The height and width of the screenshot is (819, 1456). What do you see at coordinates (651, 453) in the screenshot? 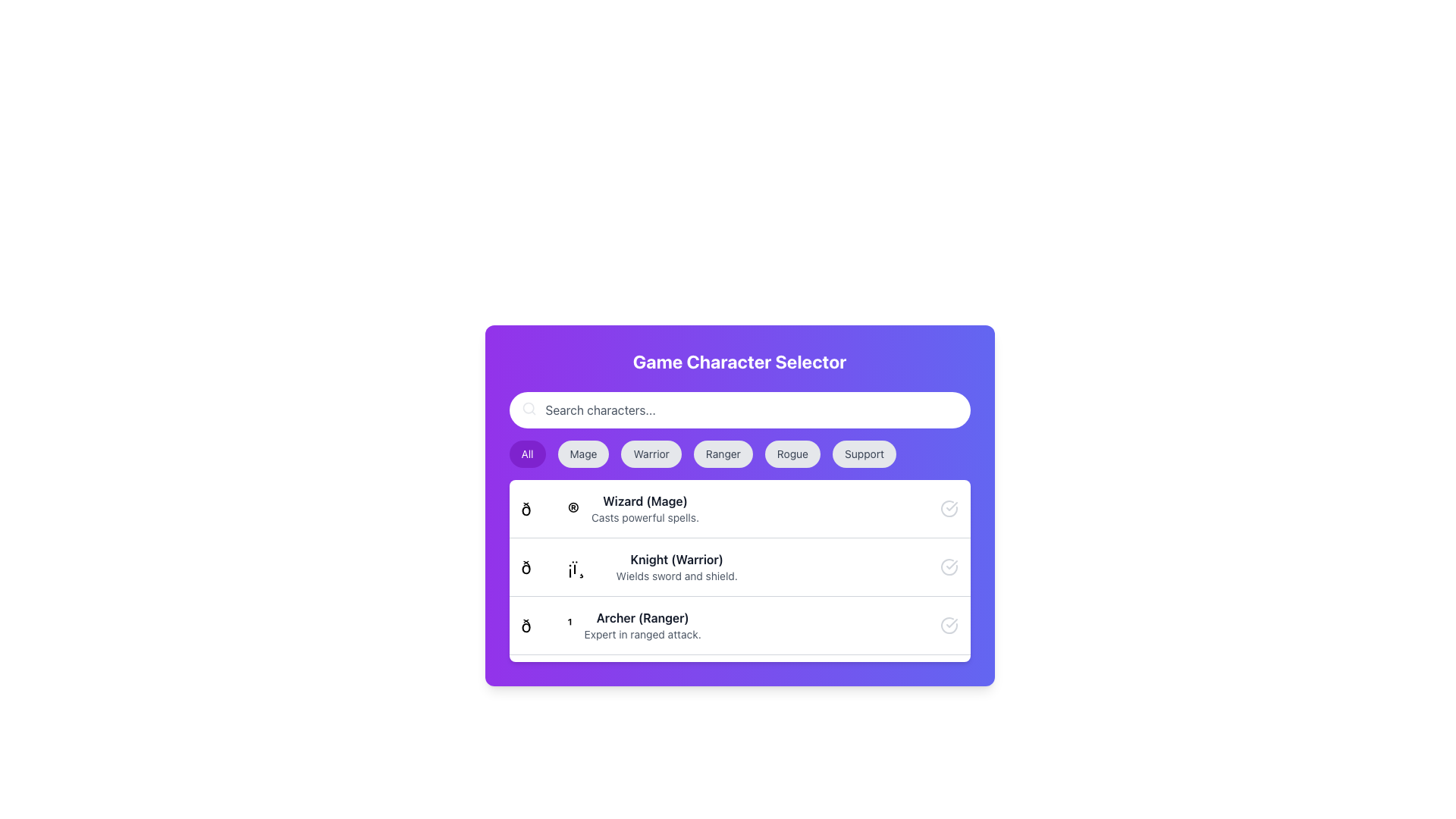
I see `the 'Warrior' button, which is the third button in a series of six character filter buttons, to filter the character list by the Warrior category` at bounding box center [651, 453].